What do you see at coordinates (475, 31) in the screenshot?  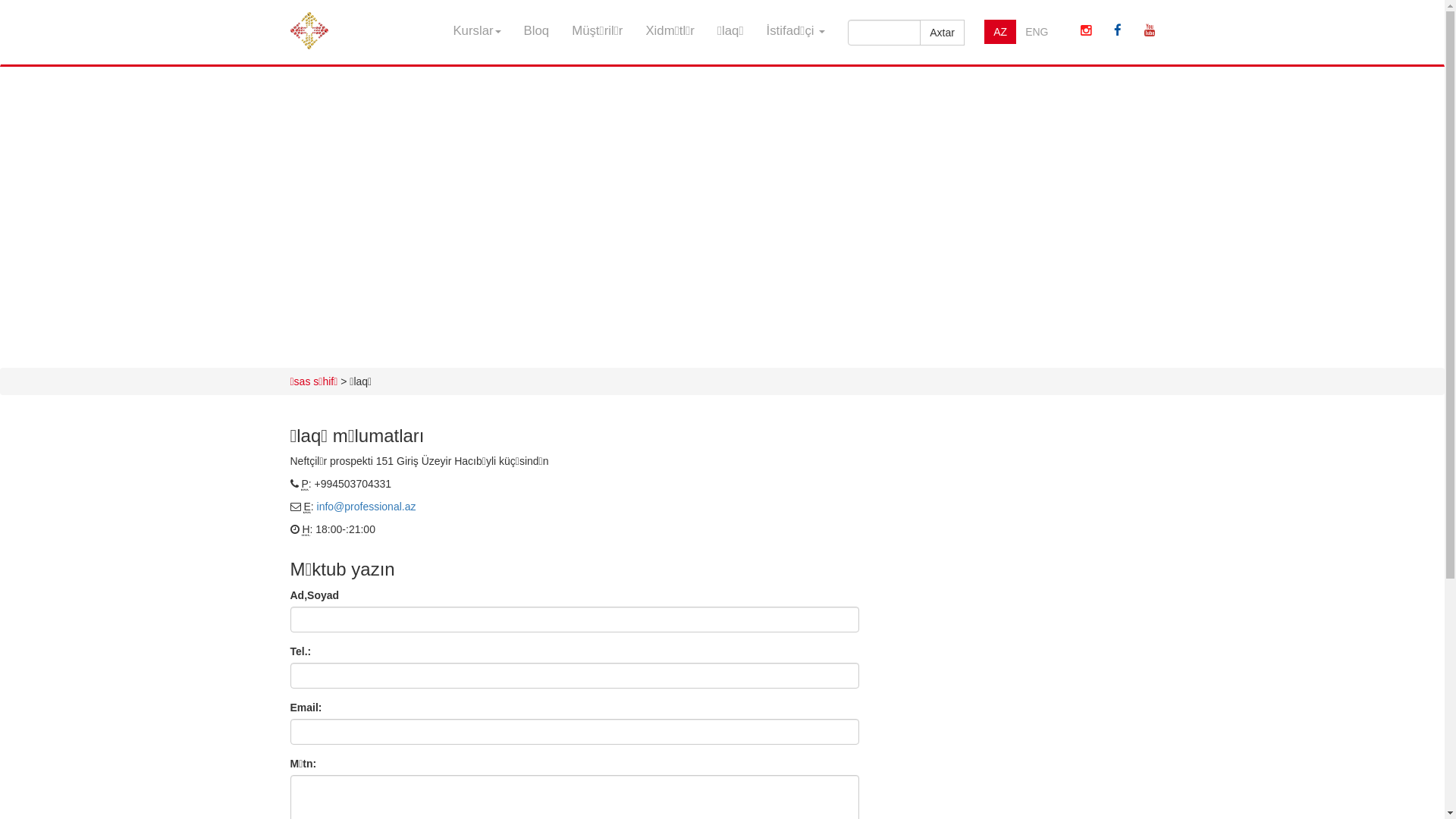 I see `'Kurslar'` at bounding box center [475, 31].